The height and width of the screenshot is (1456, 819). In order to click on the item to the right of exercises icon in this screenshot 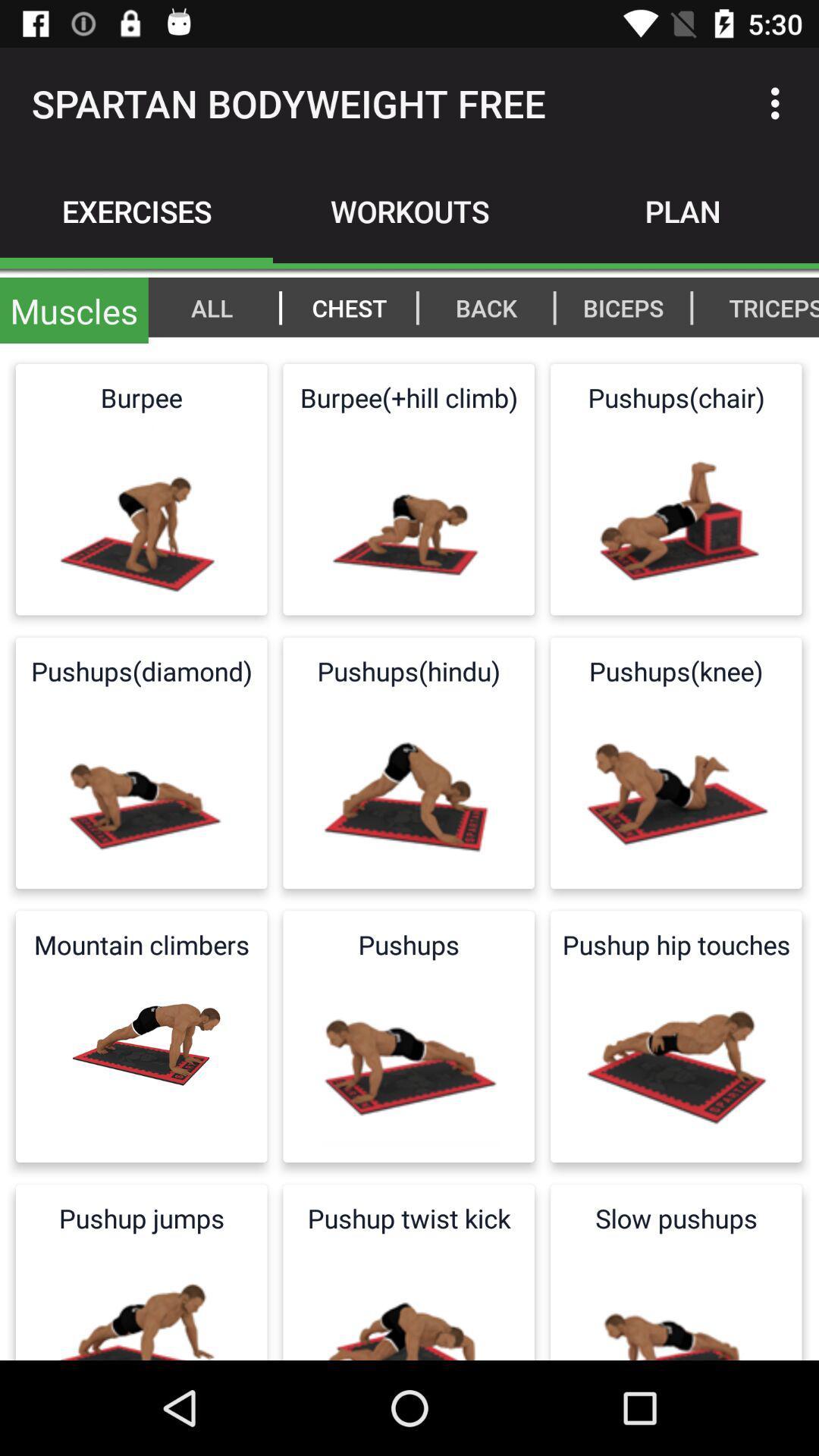, I will do `click(409, 210)`.